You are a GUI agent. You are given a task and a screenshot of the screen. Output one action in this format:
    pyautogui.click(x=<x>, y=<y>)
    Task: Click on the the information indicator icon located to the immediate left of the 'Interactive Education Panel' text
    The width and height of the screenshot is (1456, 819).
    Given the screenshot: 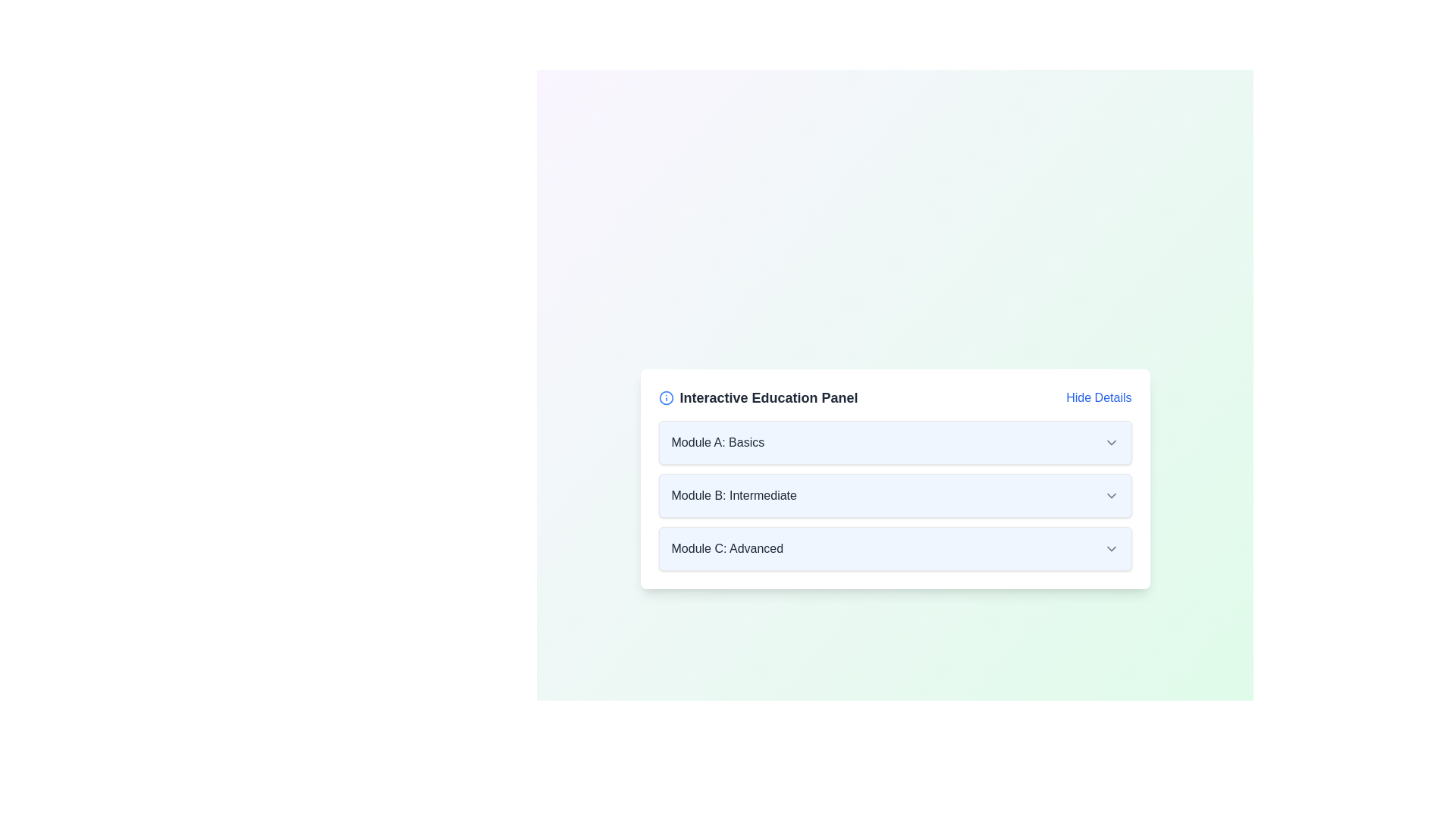 What is the action you would take?
    pyautogui.click(x=666, y=397)
    